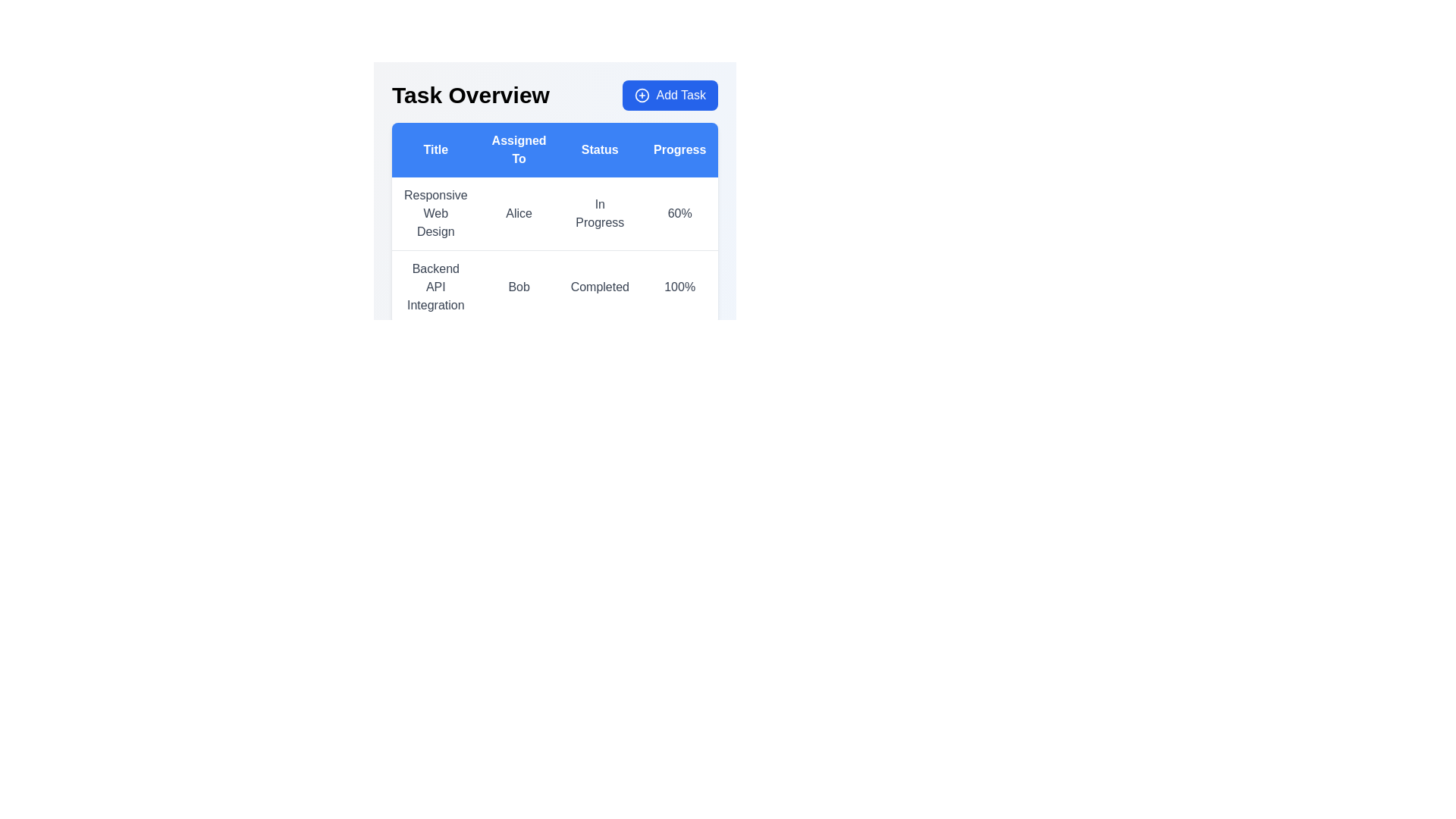  What do you see at coordinates (435, 287) in the screenshot?
I see `the text label containing 'Backend API Integration', which is styled with medium font weight and positioned under the 'Title' header in the task management table` at bounding box center [435, 287].